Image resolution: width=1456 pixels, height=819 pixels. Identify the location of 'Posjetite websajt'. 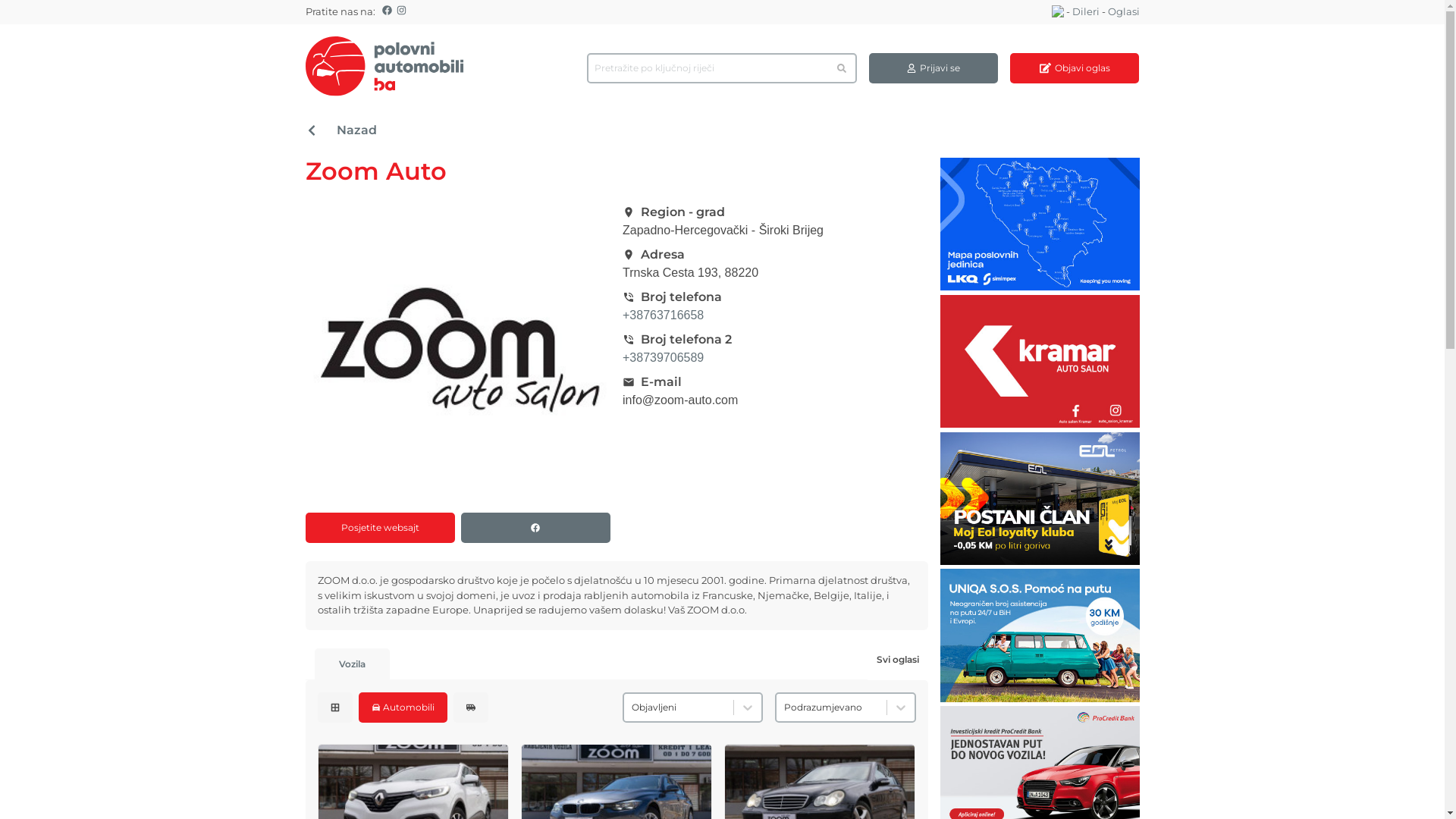
(304, 526).